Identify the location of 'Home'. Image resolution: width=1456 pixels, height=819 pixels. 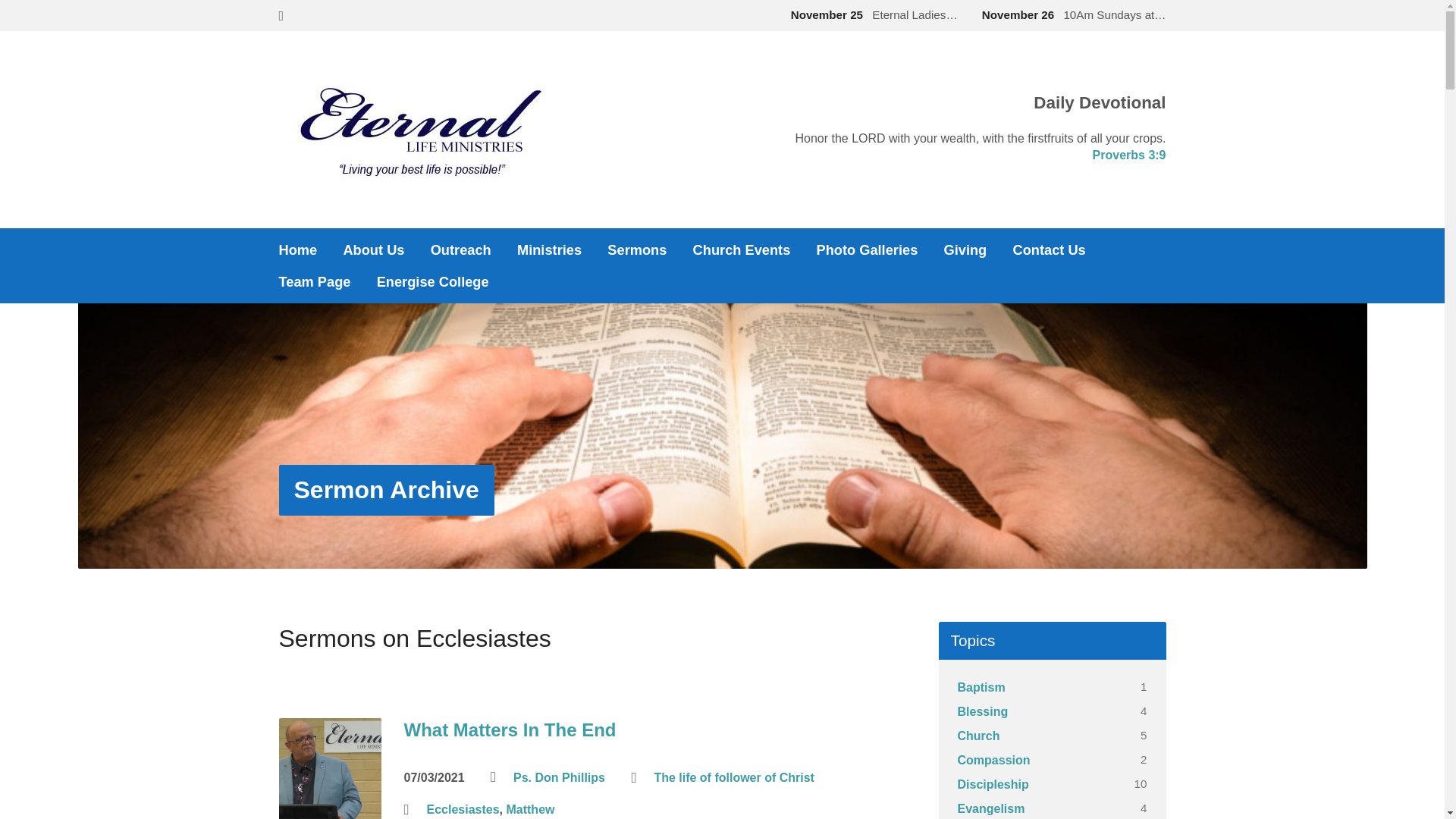
(298, 249).